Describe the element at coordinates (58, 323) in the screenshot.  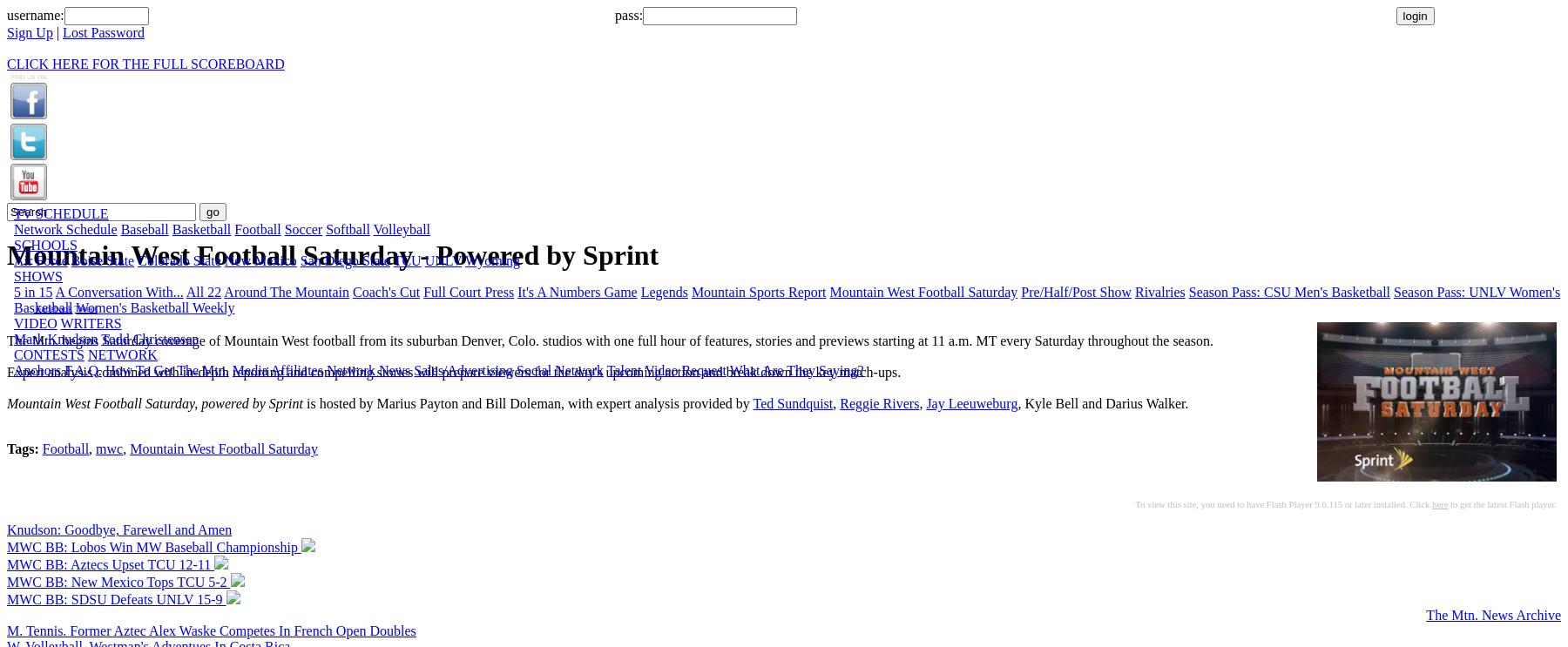
I see `'WRITERS'` at that location.